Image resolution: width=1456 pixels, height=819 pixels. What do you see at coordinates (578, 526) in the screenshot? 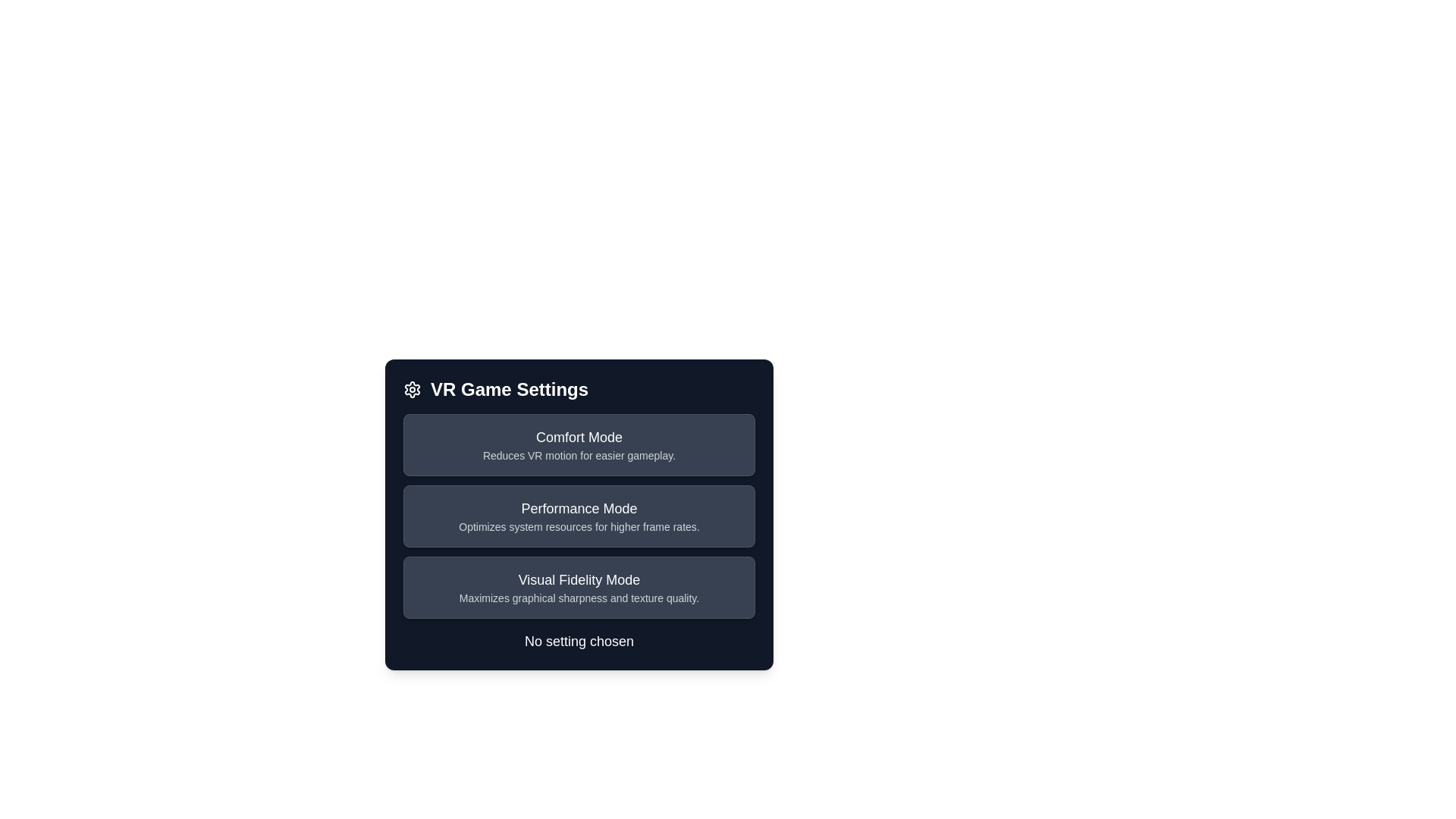
I see `the text stating 'Optimizes system resources for higher frame rates.' located beneath the 'Performance Mode' title in the 'VR Game Settings' interface` at bounding box center [578, 526].